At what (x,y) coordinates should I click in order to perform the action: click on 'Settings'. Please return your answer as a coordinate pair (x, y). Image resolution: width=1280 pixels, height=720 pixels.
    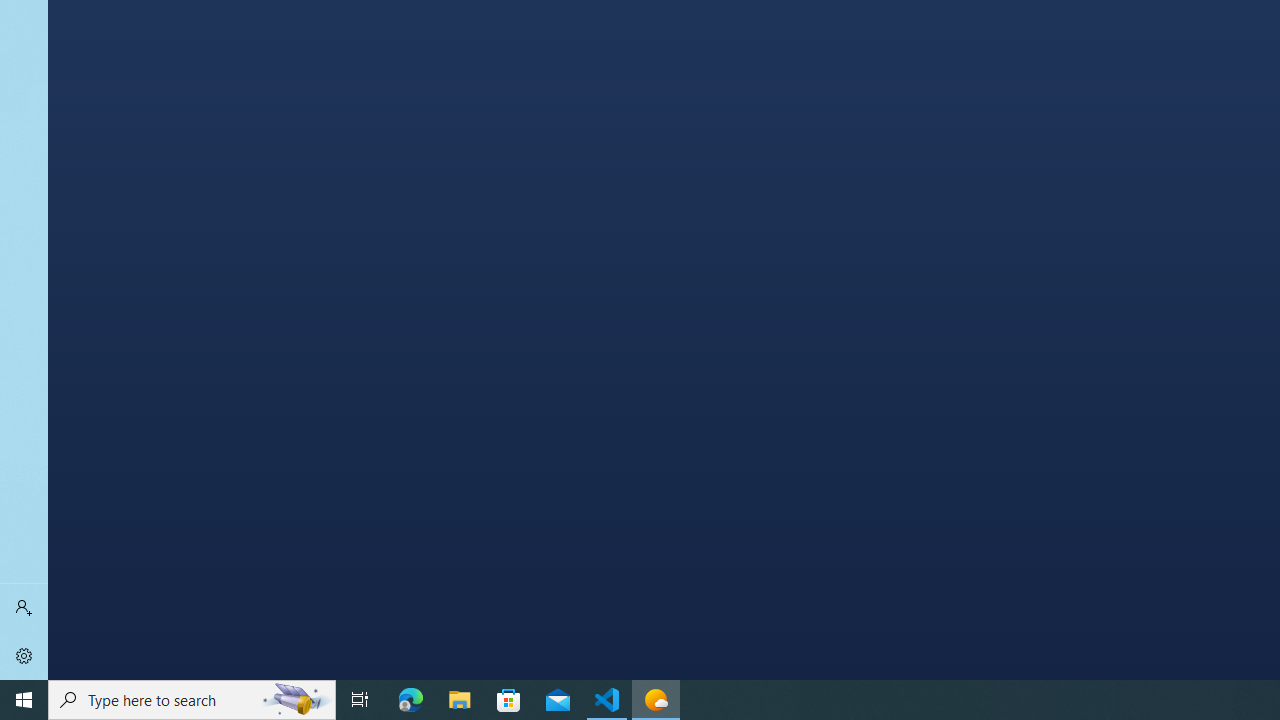
    Looking at the image, I should click on (24, 655).